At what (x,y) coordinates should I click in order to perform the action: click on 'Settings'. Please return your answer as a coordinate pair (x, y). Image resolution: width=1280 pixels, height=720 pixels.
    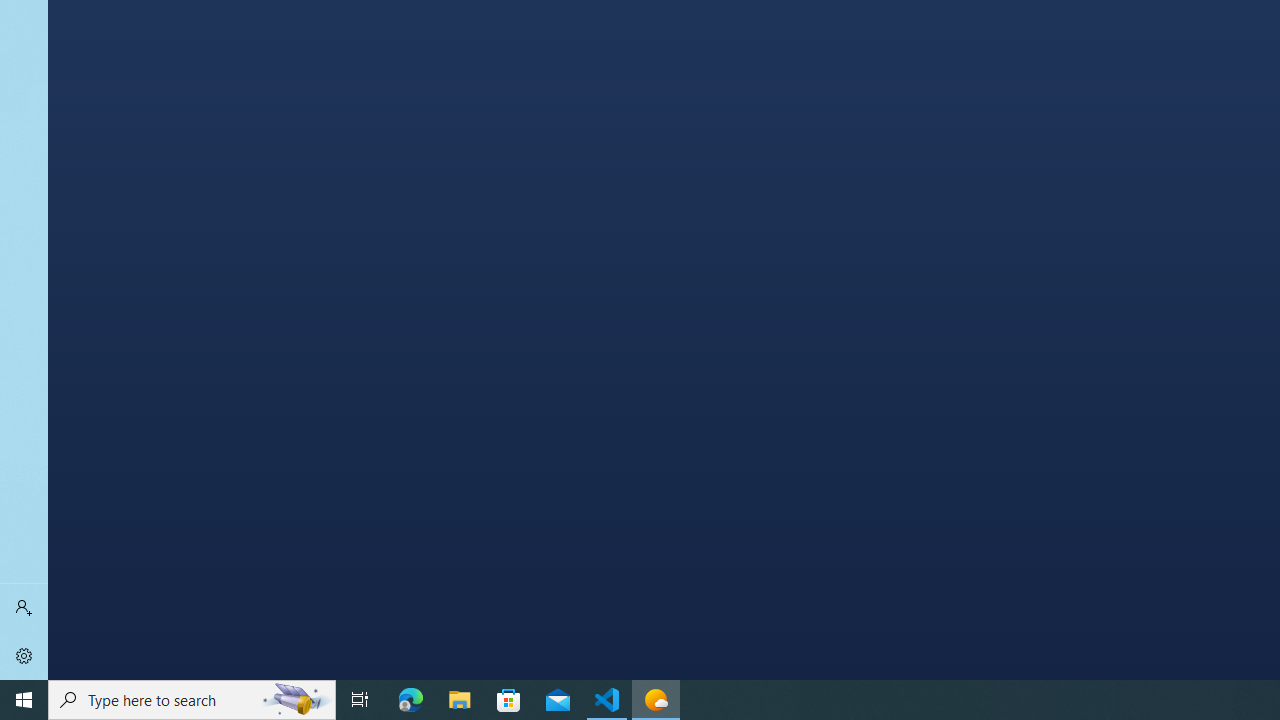
    Looking at the image, I should click on (24, 655).